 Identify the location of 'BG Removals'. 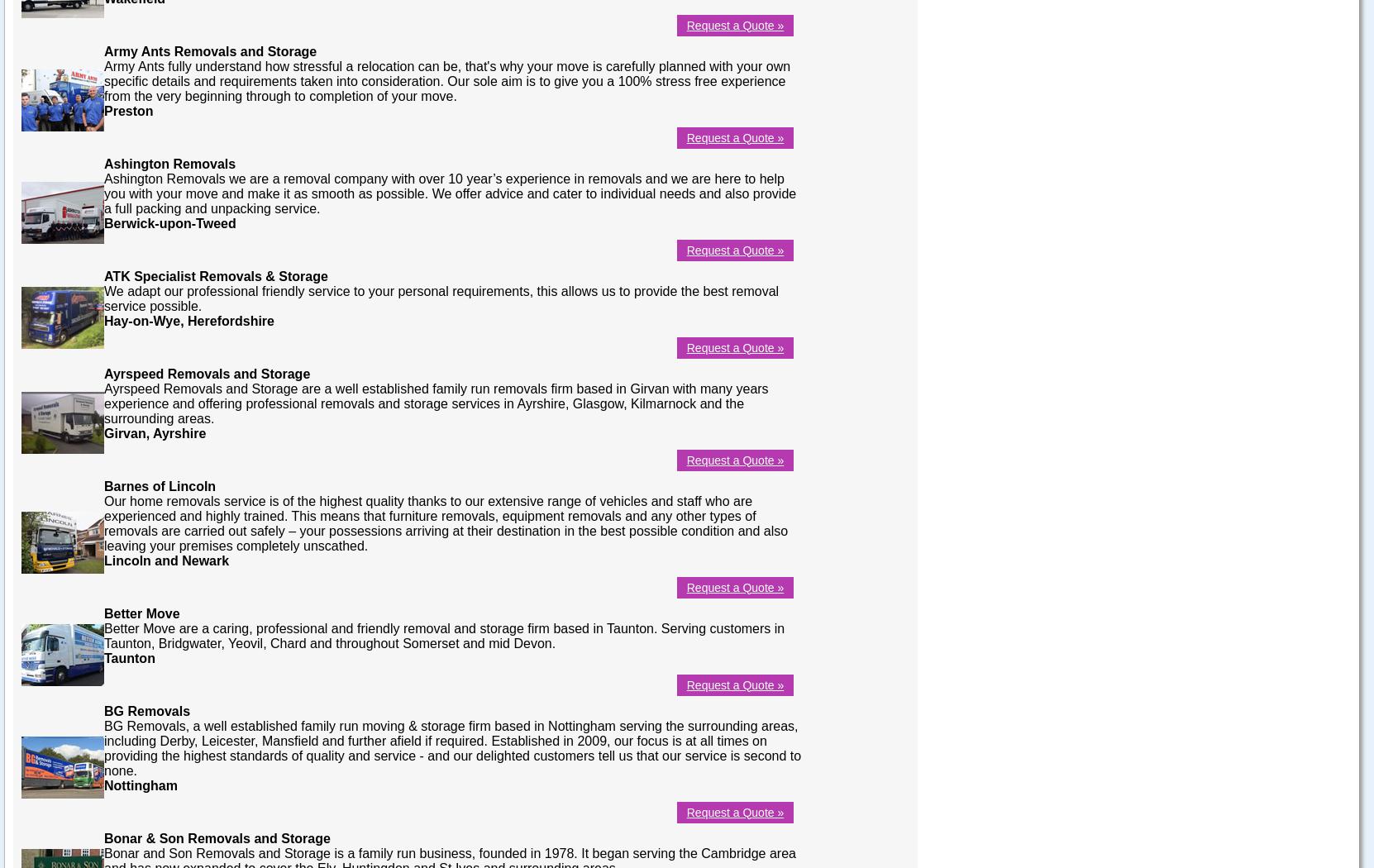
(146, 710).